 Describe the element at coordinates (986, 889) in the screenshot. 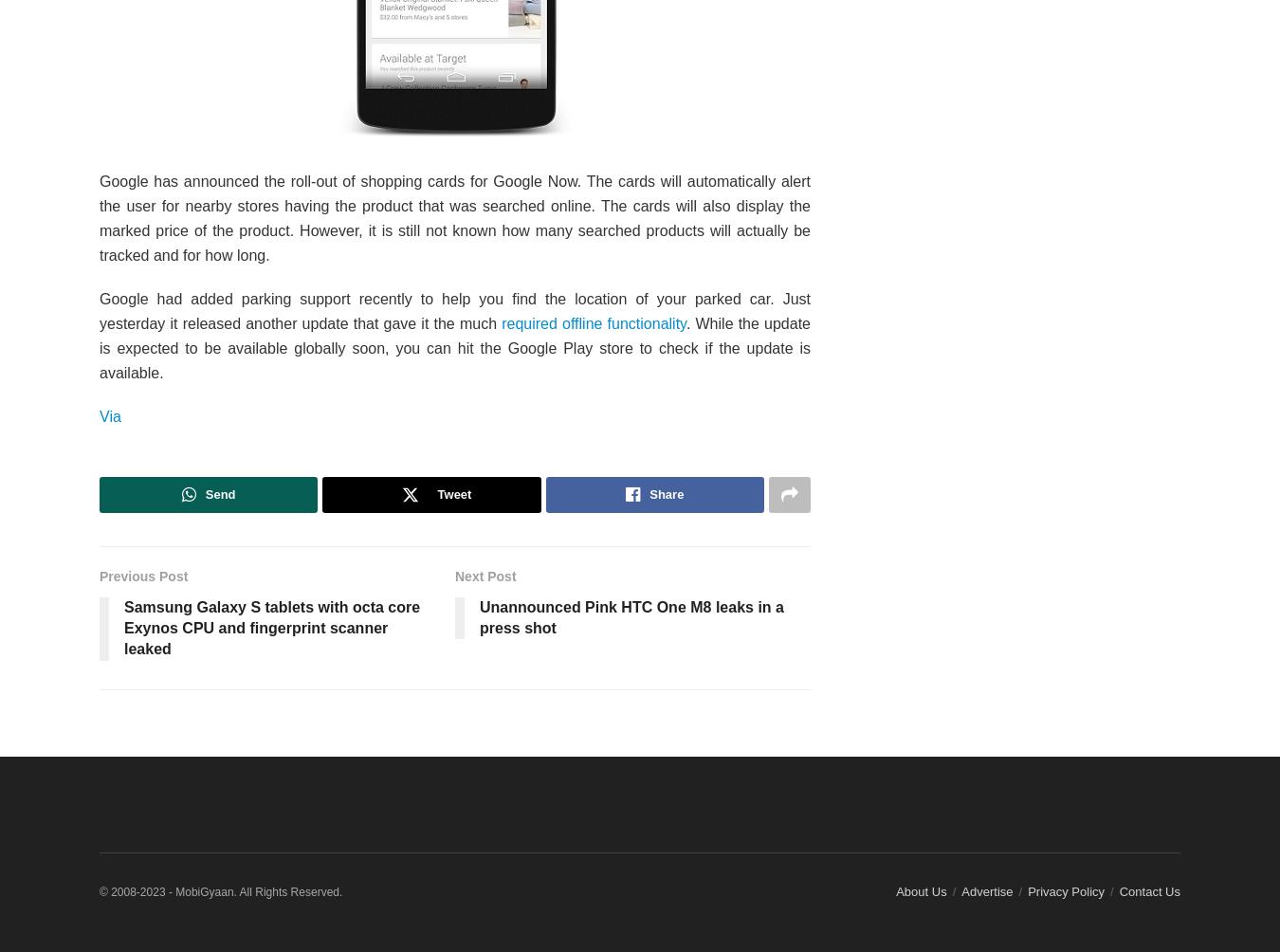

I see `'Advertise'` at that location.